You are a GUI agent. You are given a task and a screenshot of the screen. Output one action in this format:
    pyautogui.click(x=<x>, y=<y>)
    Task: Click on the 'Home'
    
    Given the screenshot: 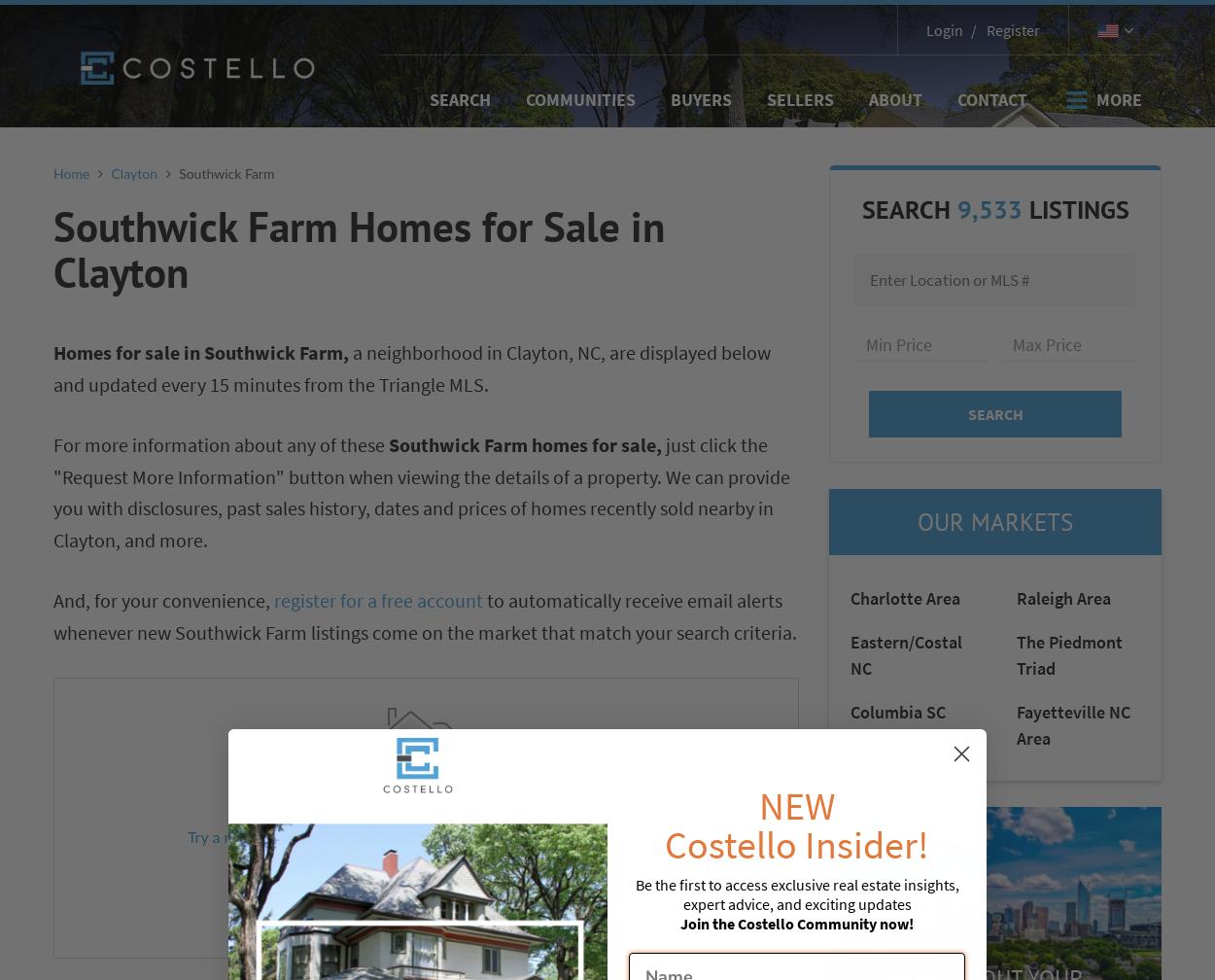 What is the action you would take?
    pyautogui.click(x=70, y=175)
    